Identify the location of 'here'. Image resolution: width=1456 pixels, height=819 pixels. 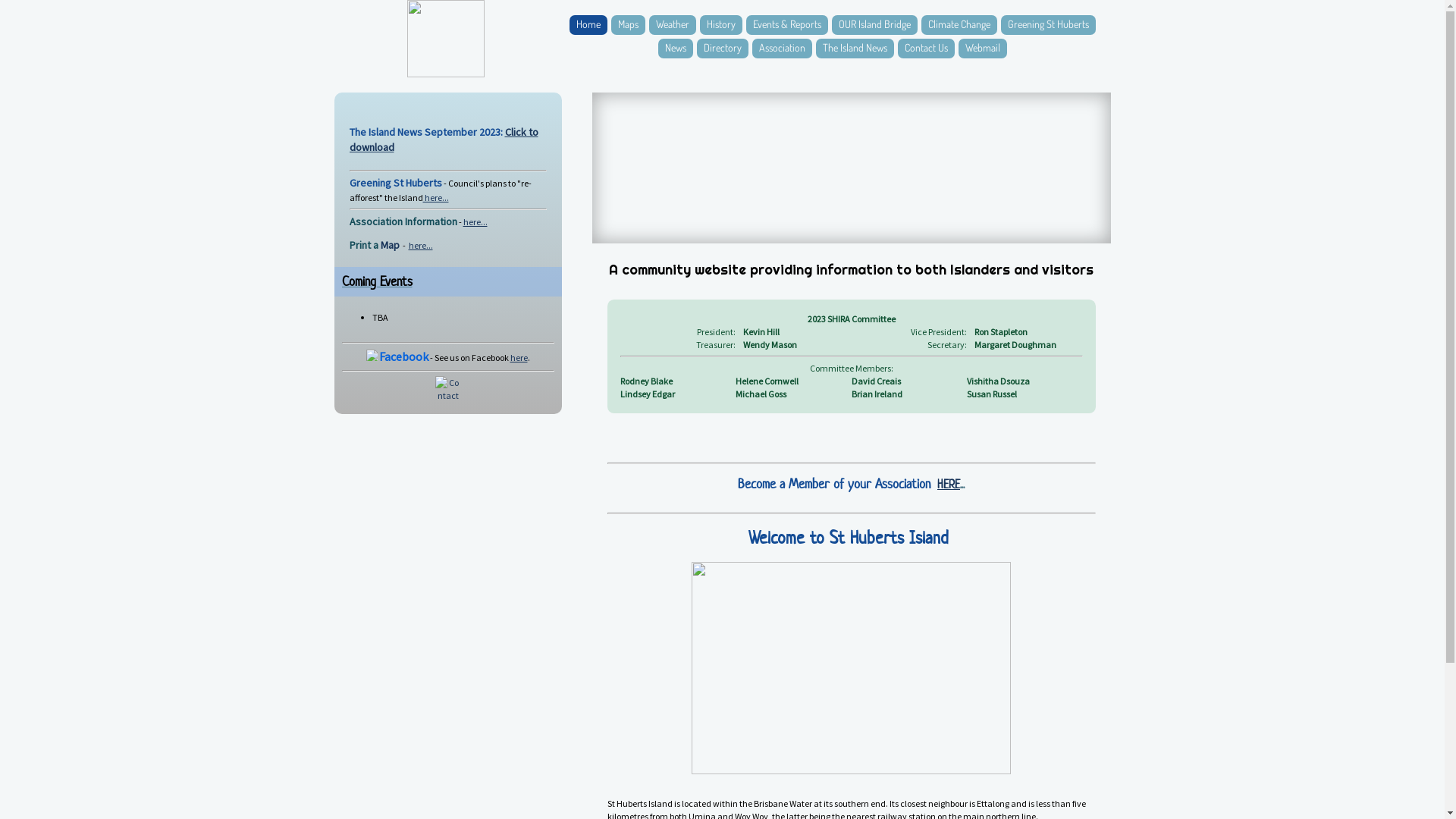
(518, 357).